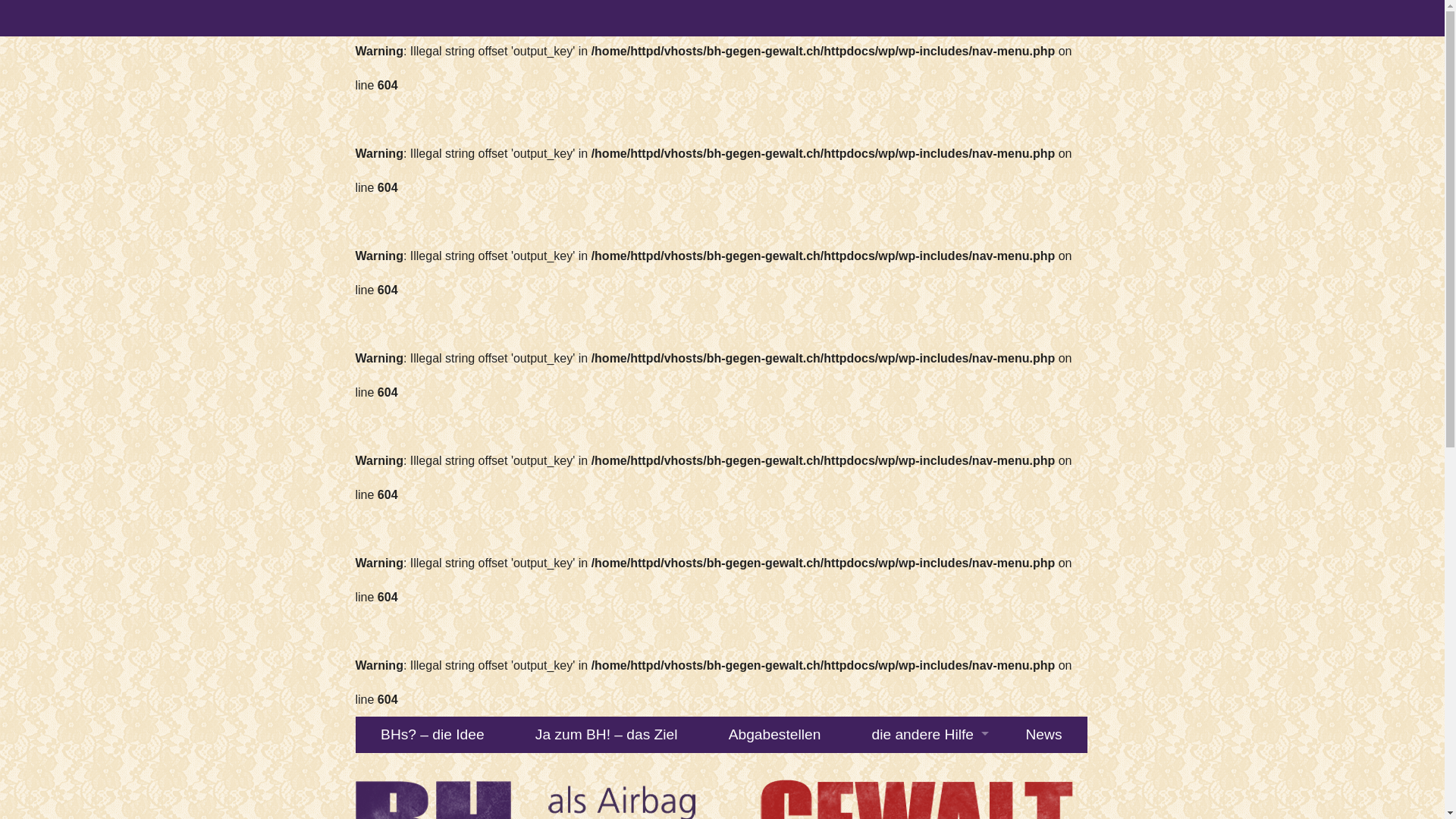 This screenshot has height=819, width=1456. What do you see at coordinates (922, 733) in the screenshot?
I see `'die andere Hilfe'` at bounding box center [922, 733].